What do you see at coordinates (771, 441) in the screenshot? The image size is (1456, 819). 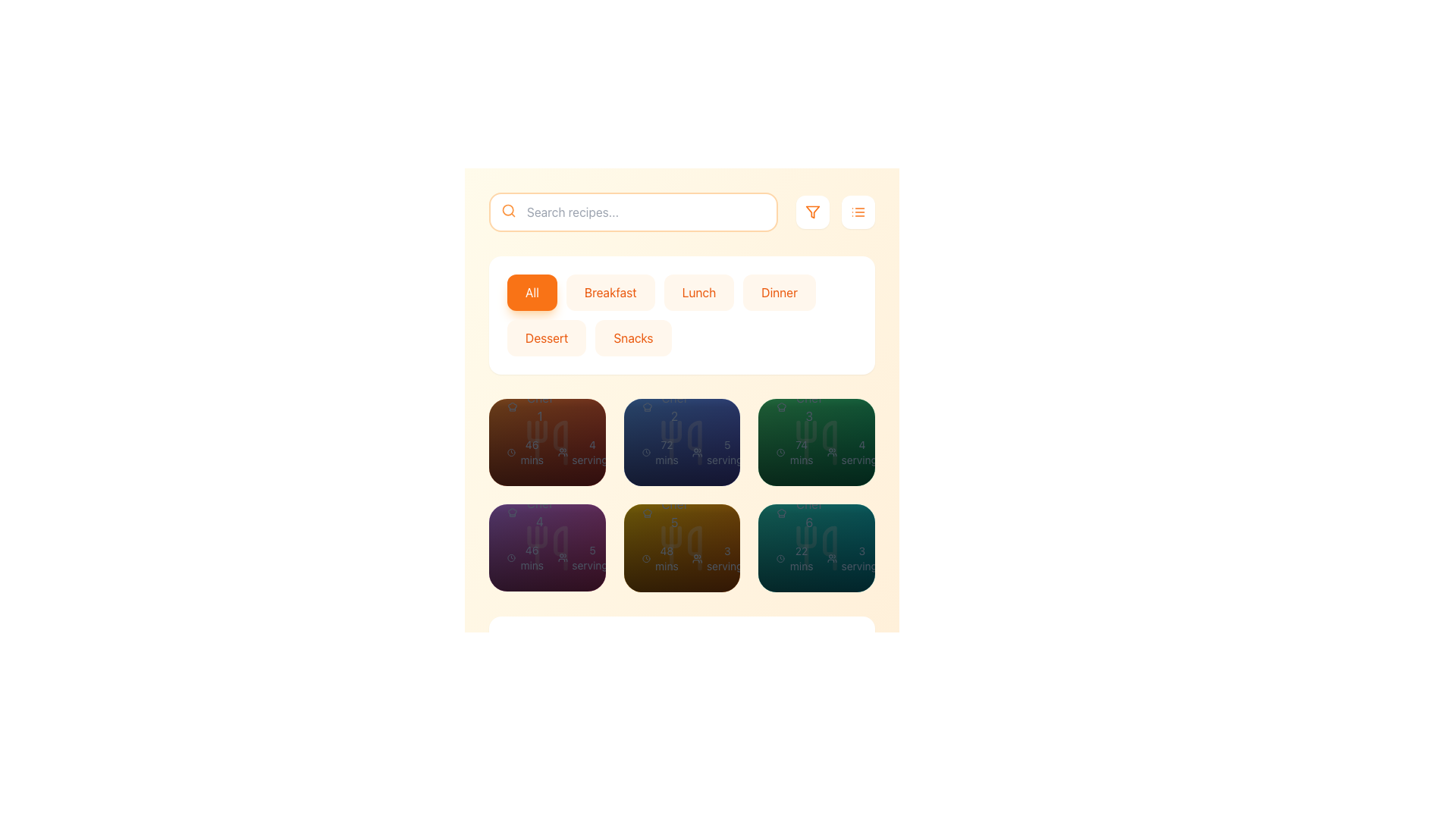 I see `the circular favorite or like button located at the bottom-right corner of the green card` at bounding box center [771, 441].